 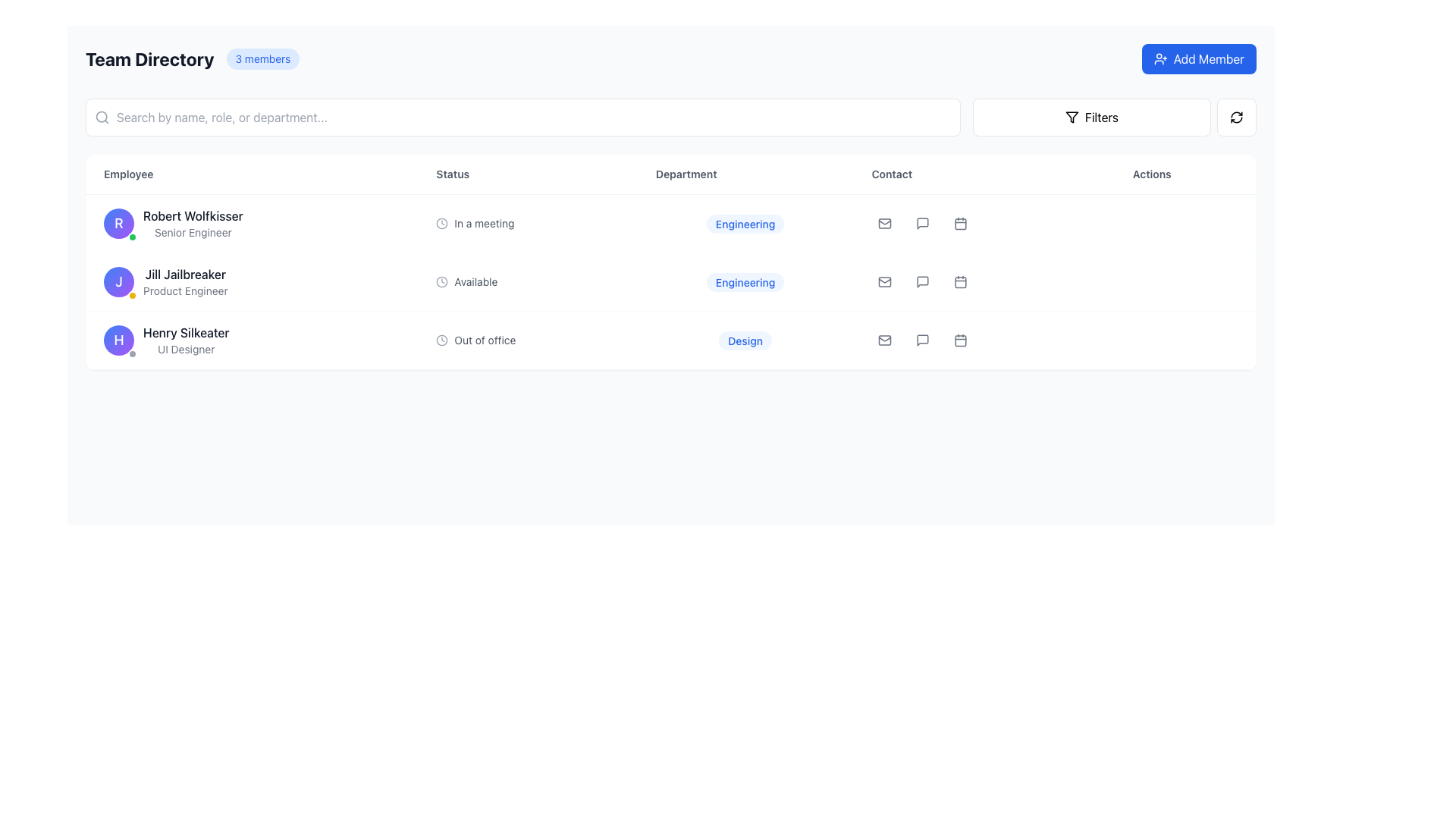 What do you see at coordinates (1185, 281) in the screenshot?
I see `the Ellipsis button represented by three vertical dots in the 'Actions' column for 'Jill Jailbreaker'` at bounding box center [1185, 281].